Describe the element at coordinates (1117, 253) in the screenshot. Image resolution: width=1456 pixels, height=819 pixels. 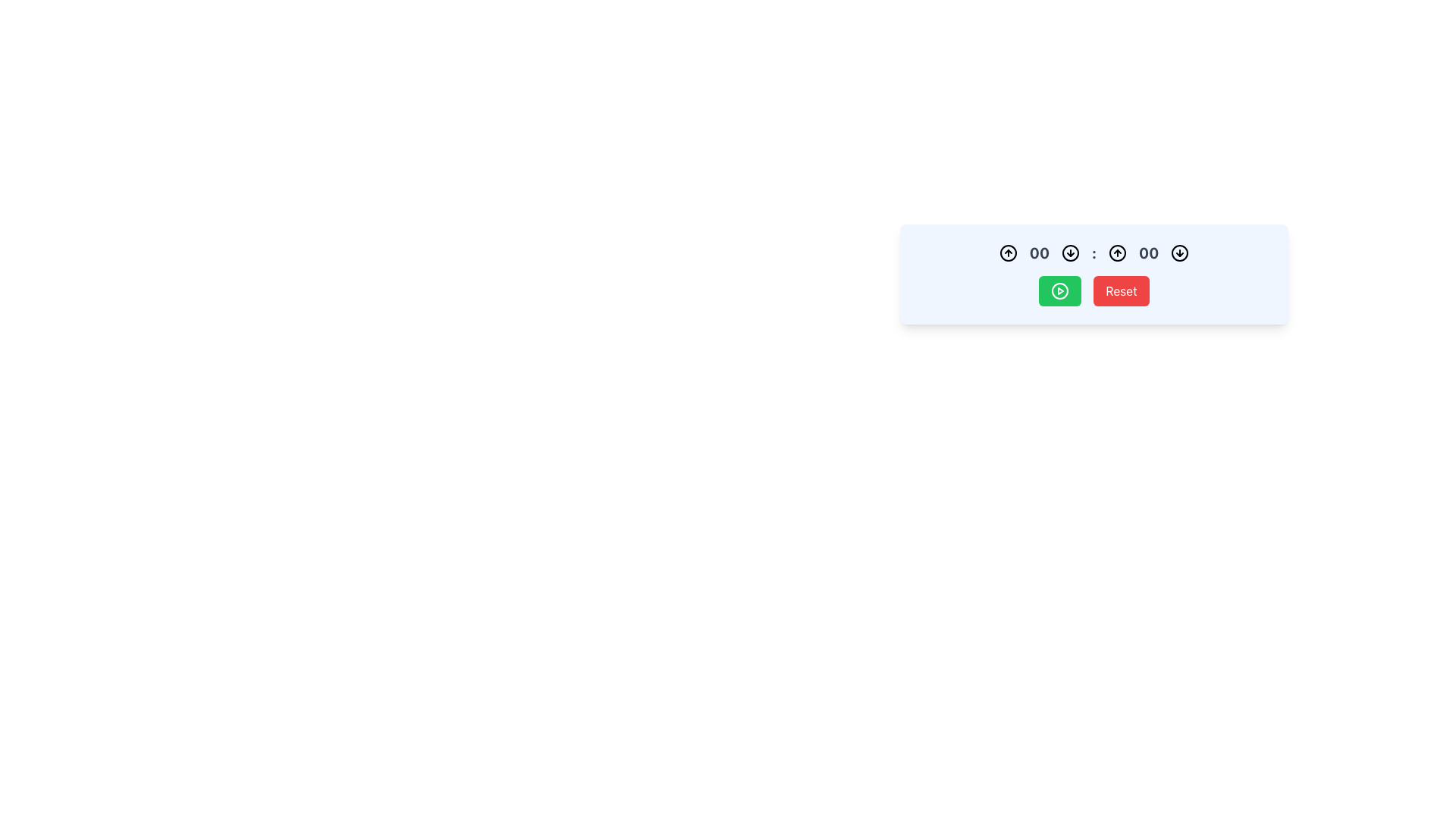
I see `the fifth button in a horizontal sequence, positioned to the right of the colon (':') and between two '00' labels, which is likely used to increment or adjust a value upwards` at that location.